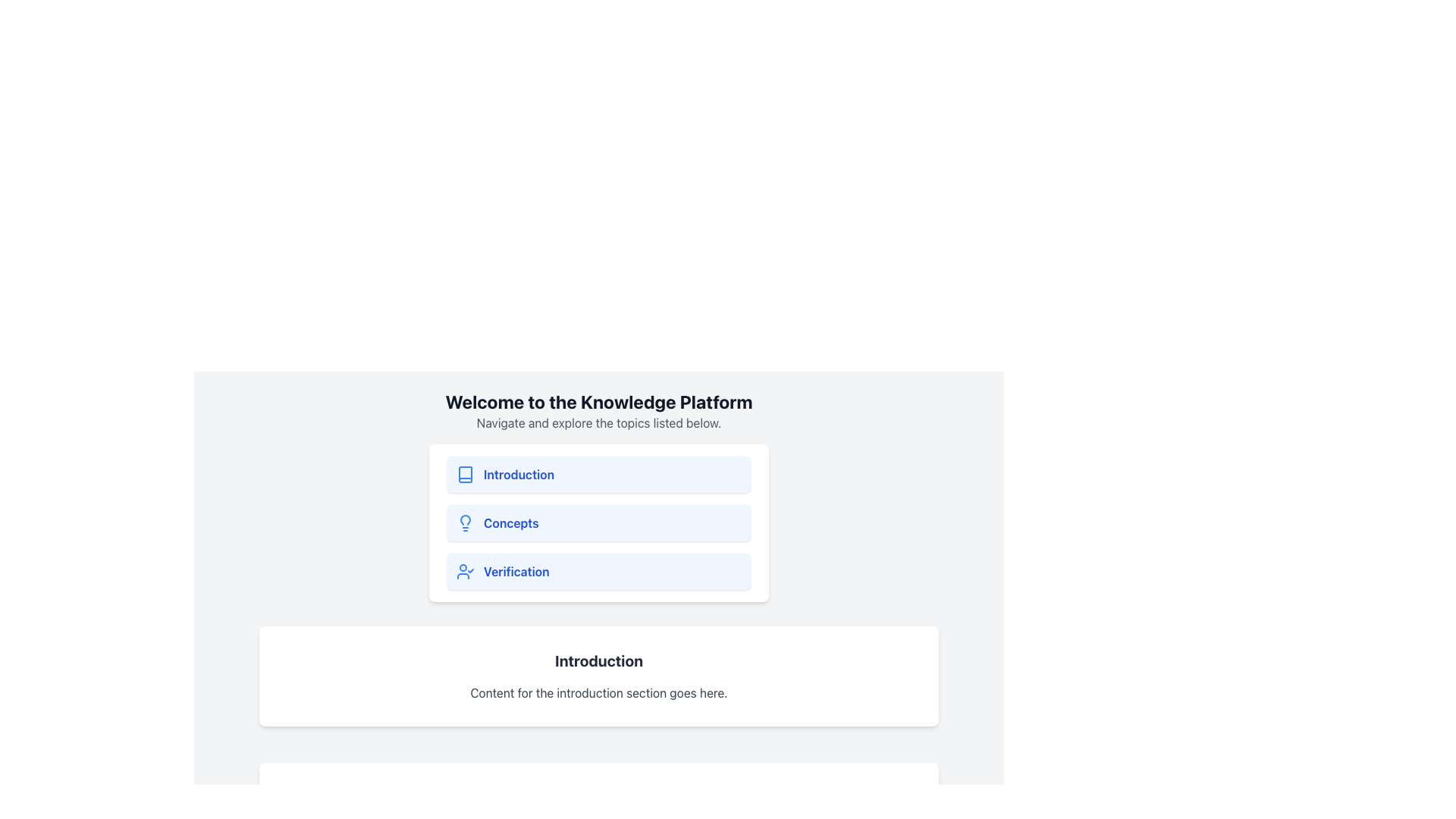 This screenshot has height=819, width=1456. I want to click on the 'Concepts' button, which is the second item in a vertical list of three options, so click(598, 522).